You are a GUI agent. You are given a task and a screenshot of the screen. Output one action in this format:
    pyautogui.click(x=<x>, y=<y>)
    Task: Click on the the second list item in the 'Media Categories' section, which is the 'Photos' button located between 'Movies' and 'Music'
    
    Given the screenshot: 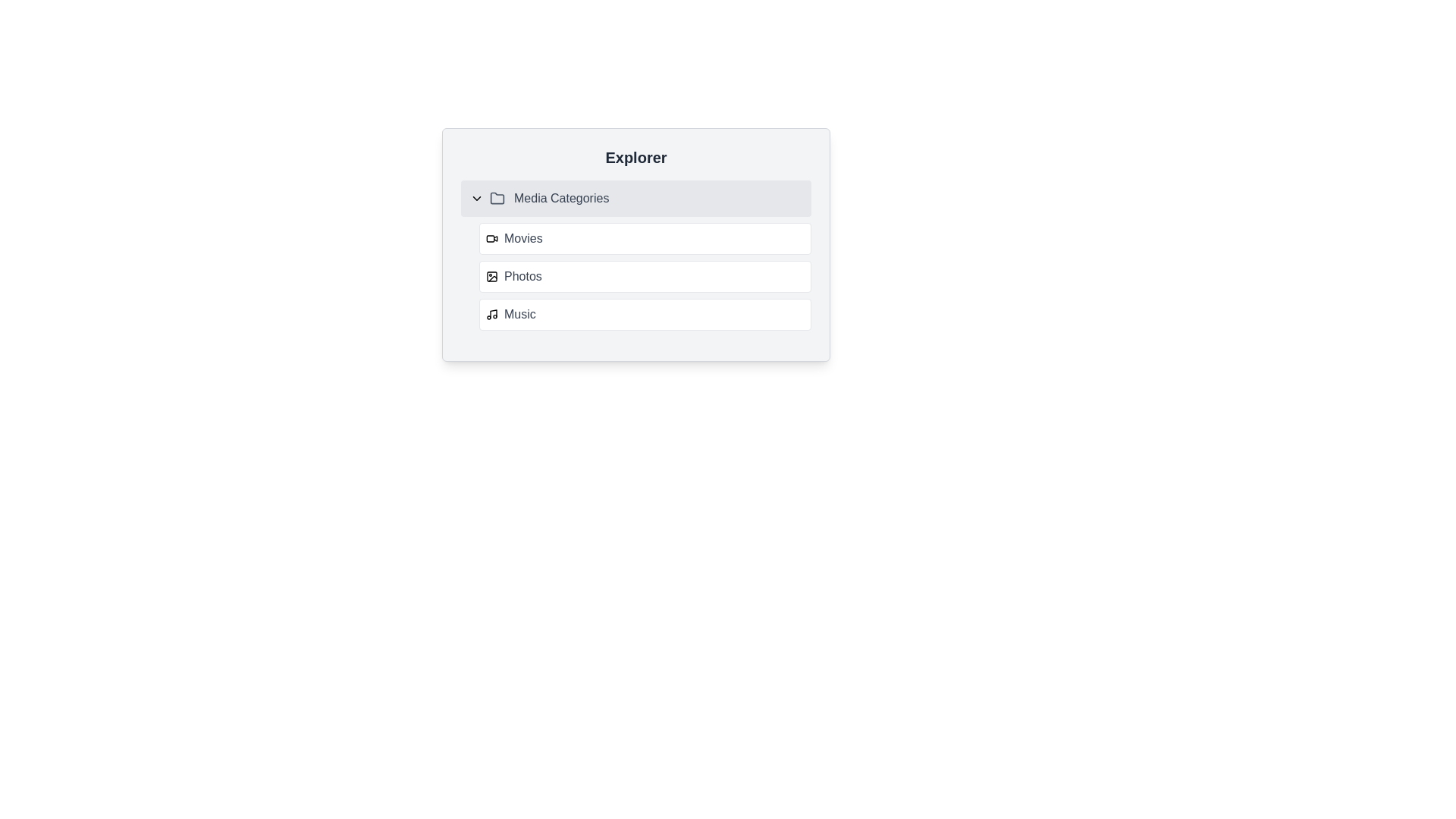 What is the action you would take?
    pyautogui.click(x=645, y=277)
    